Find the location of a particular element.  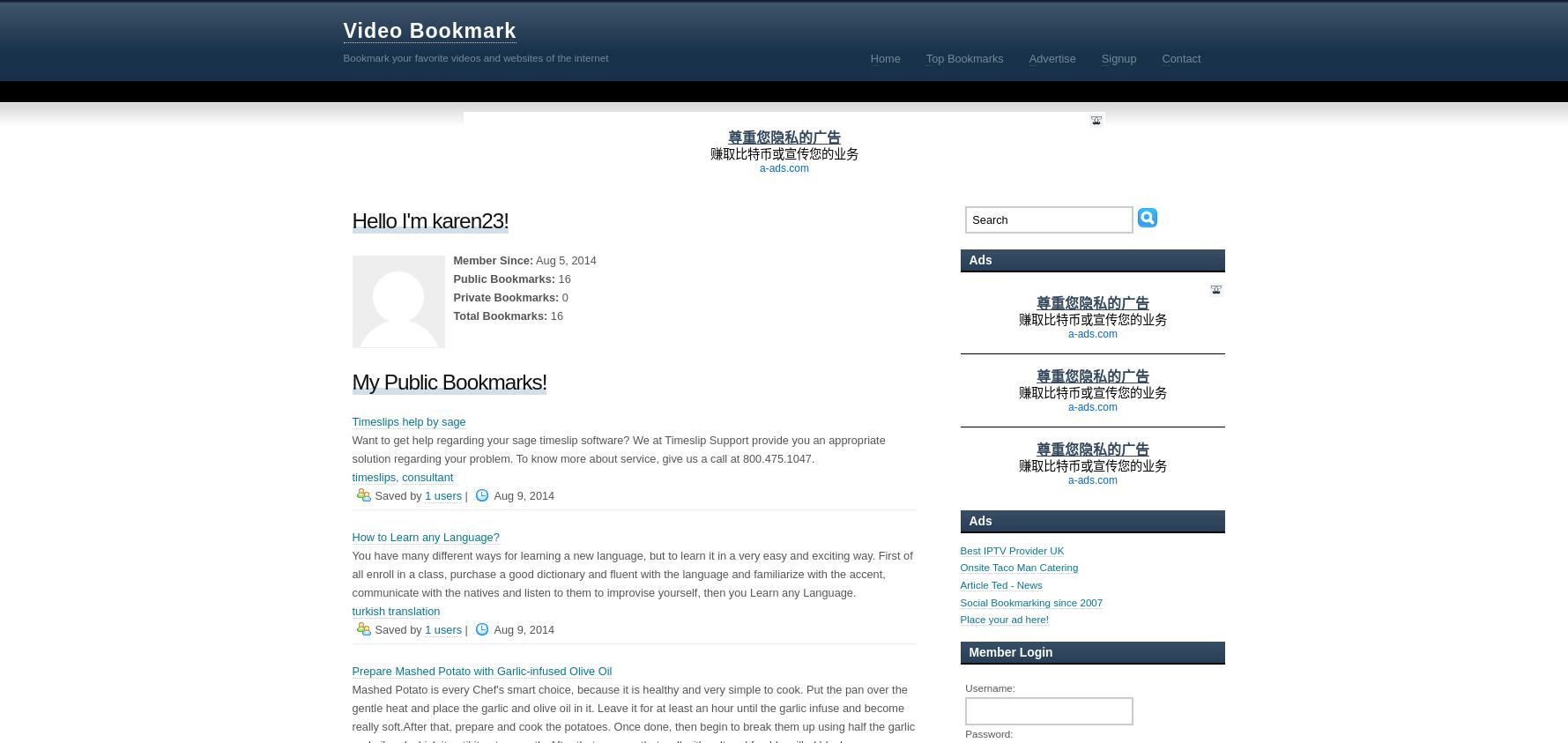

'Aug  5, 2014' is located at coordinates (563, 258).